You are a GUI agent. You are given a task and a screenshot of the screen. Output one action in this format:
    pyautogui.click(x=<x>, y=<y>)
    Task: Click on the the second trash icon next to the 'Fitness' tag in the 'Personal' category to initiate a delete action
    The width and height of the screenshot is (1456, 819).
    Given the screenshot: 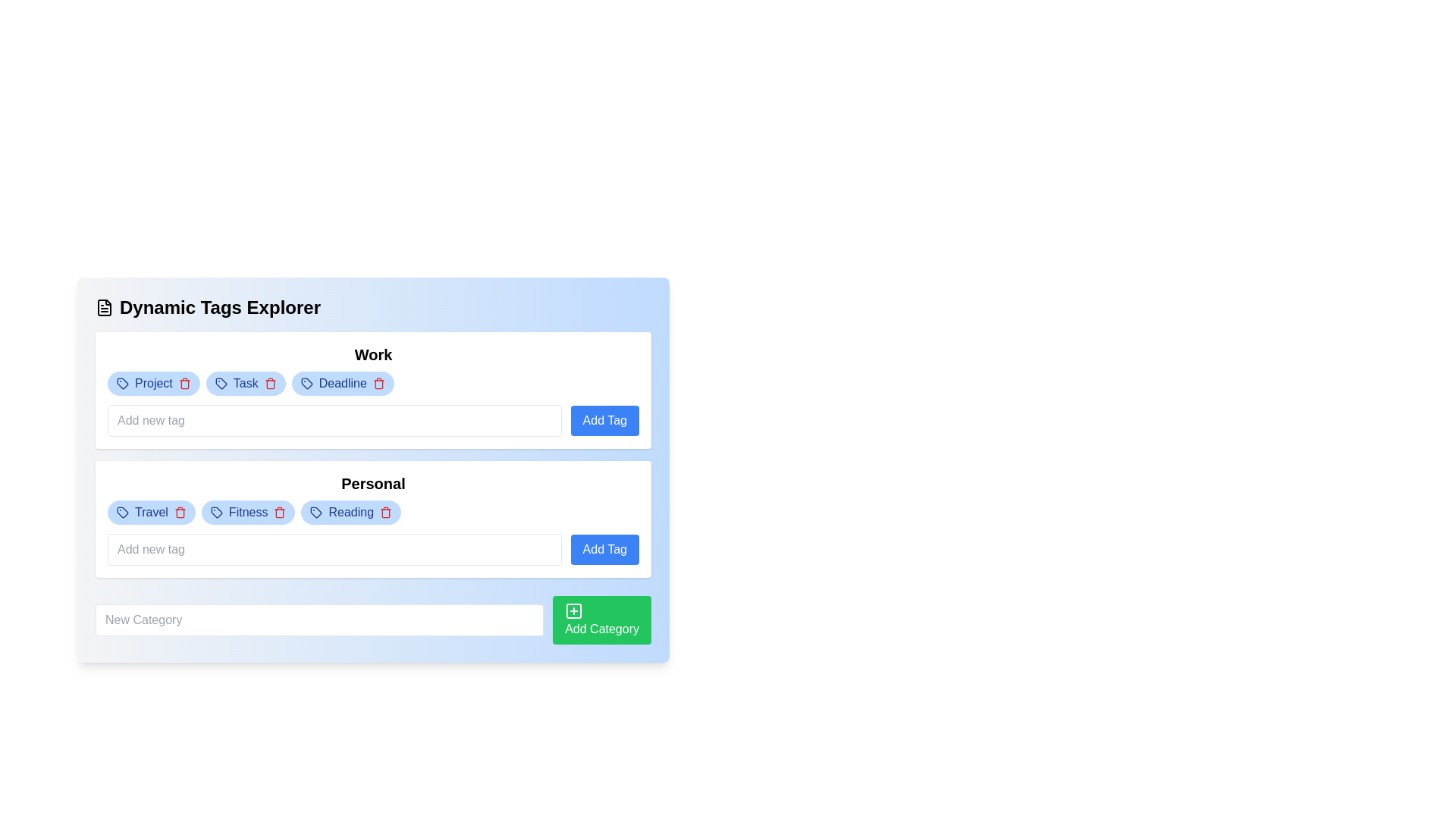 What is the action you would take?
    pyautogui.click(x=280, y=512)
    